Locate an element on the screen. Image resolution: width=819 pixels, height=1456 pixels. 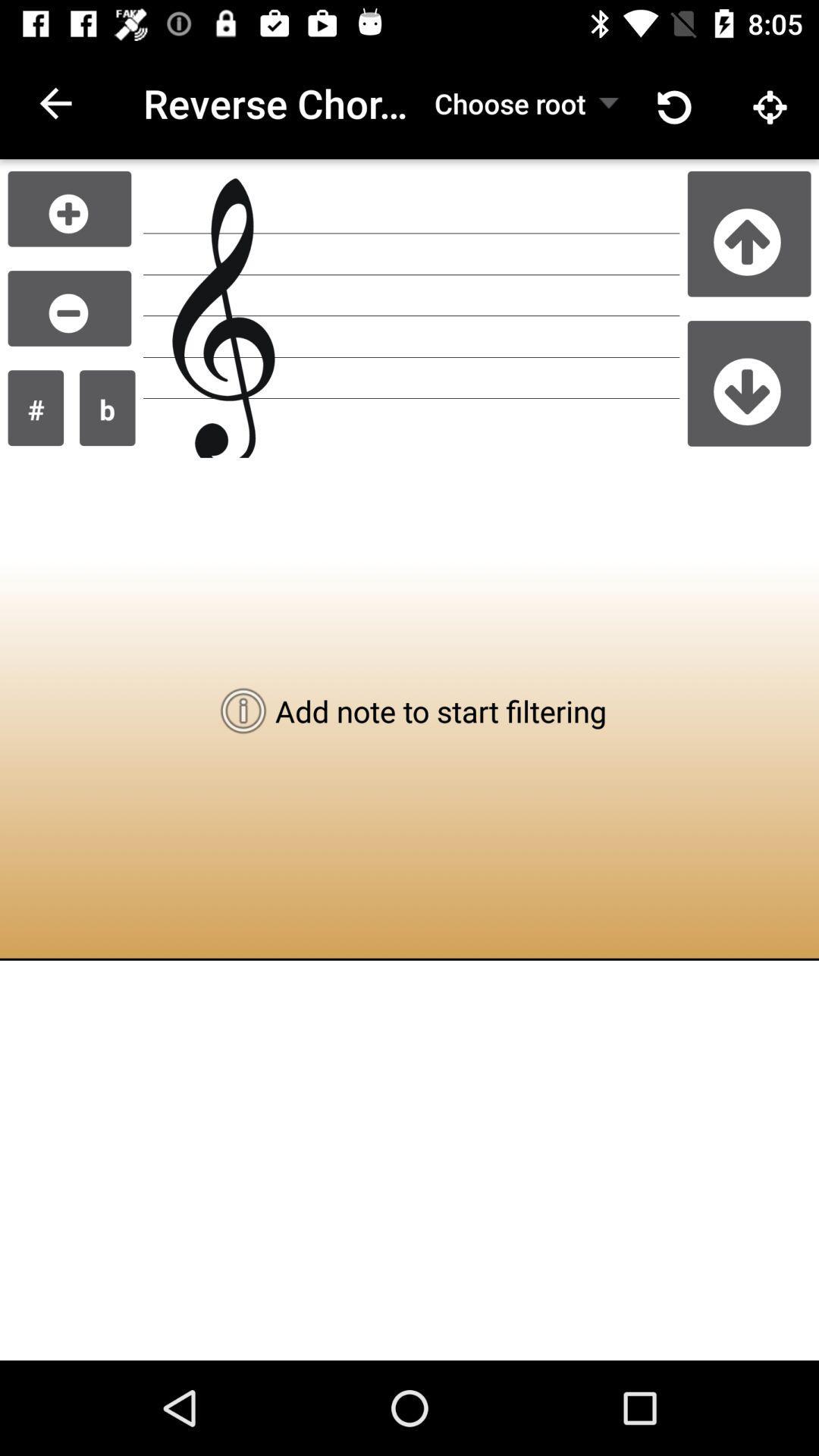
go up is located at coordinates (748, 233).